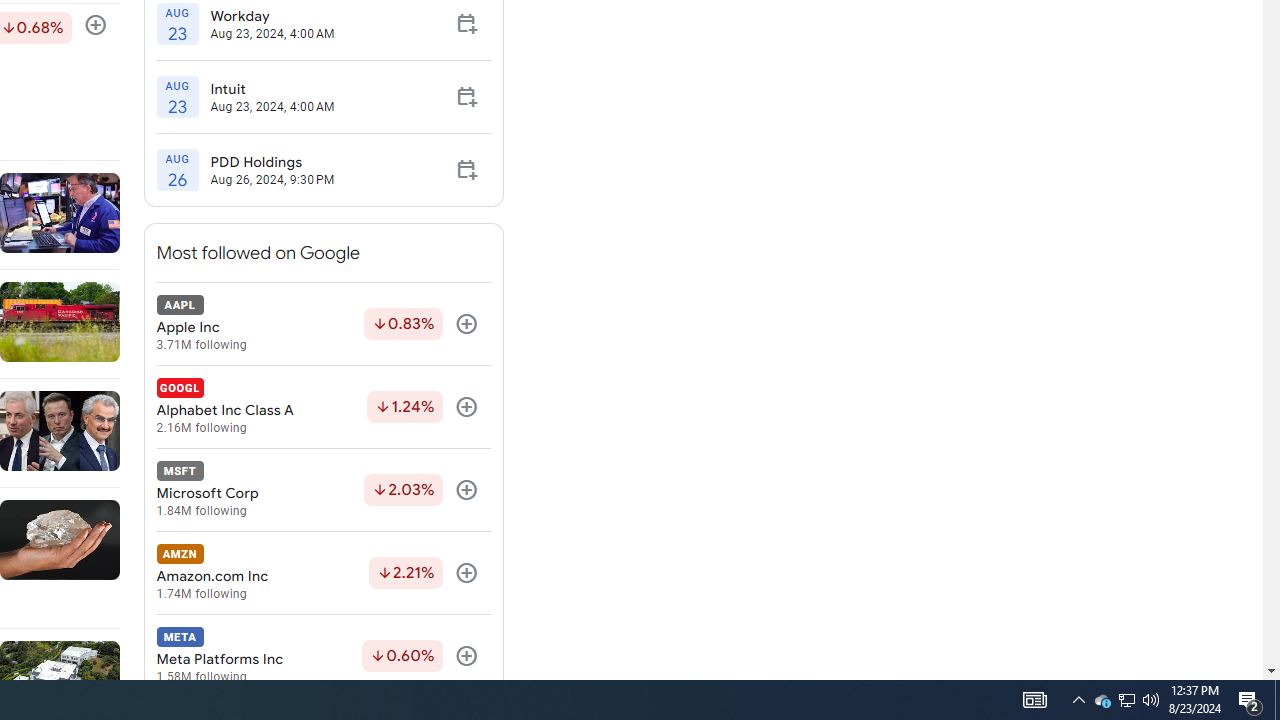 The image size is (1280, 720). What do you see at coordinates (323, 490) in the screenshot?
I see `'MSFT Microsoft Corp 1.84M following Down by 2.03% Follow'` at bounding box center [323, 490].